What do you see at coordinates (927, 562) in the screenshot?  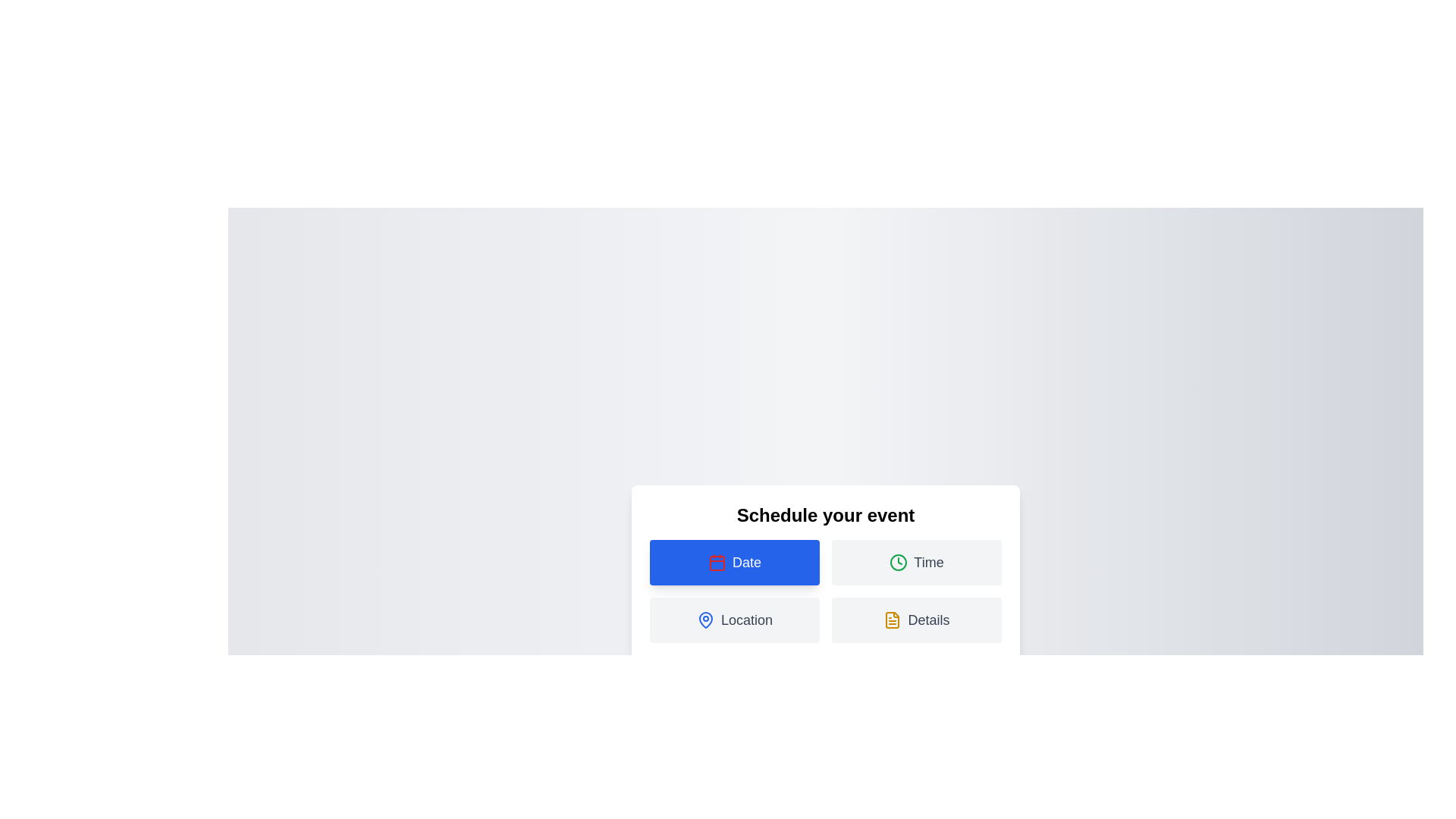 I see `the 'Time' text label which is displayed in gray font and is positioned within the light gray rectangular button in the top-right corner of the interface` at bounding box center [927, 562].